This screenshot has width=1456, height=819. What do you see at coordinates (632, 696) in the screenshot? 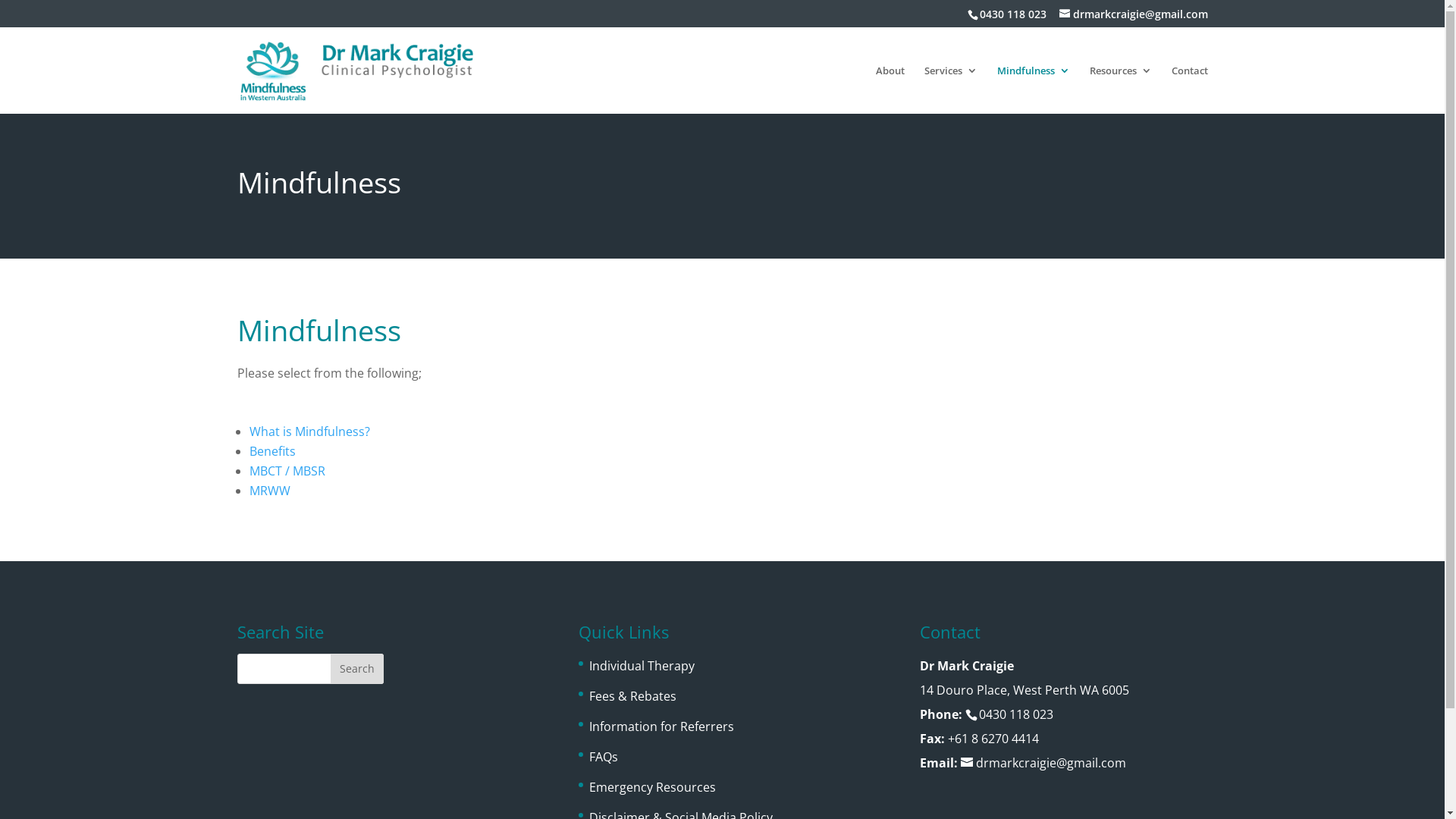
I see `'Fees & Rebates'` at bounding box center [632, 696].